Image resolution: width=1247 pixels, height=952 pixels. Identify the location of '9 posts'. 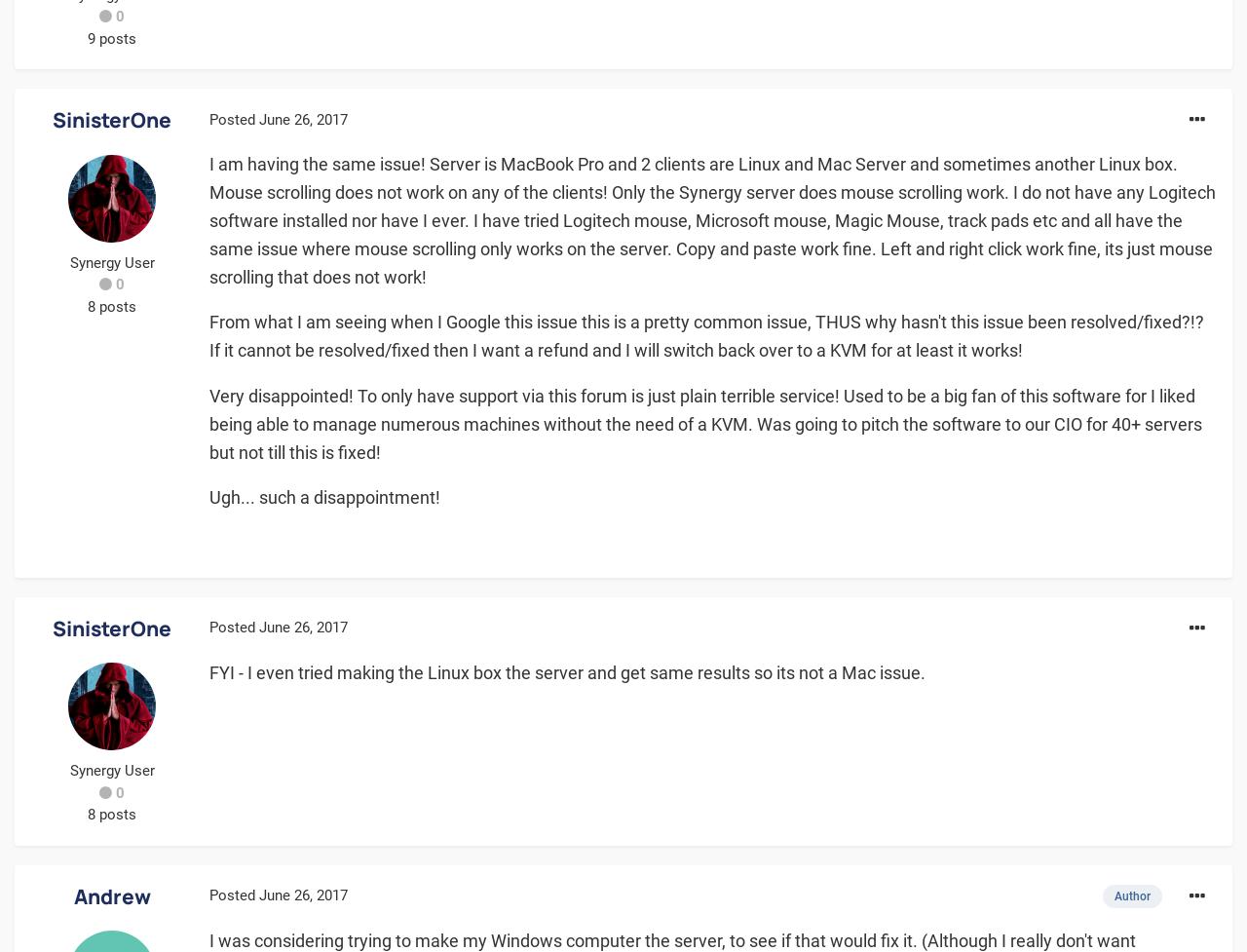
(110, 37).